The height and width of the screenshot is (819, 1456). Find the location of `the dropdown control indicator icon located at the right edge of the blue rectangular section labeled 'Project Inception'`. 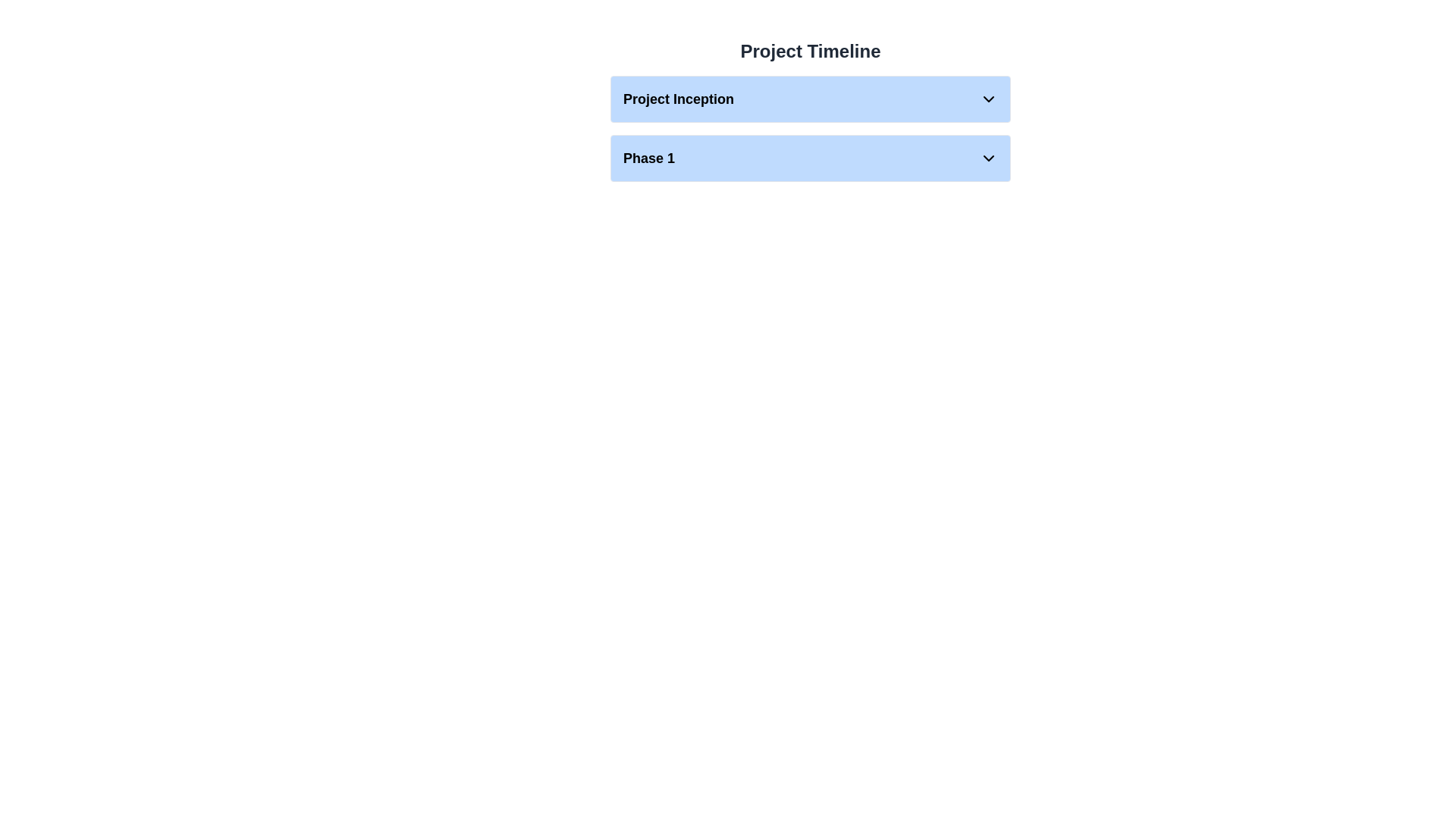

the dropdown control indicator icon located at the right edge of the blue rectangular section labeled 'Project Inception' is located at coordinates (989, 99).